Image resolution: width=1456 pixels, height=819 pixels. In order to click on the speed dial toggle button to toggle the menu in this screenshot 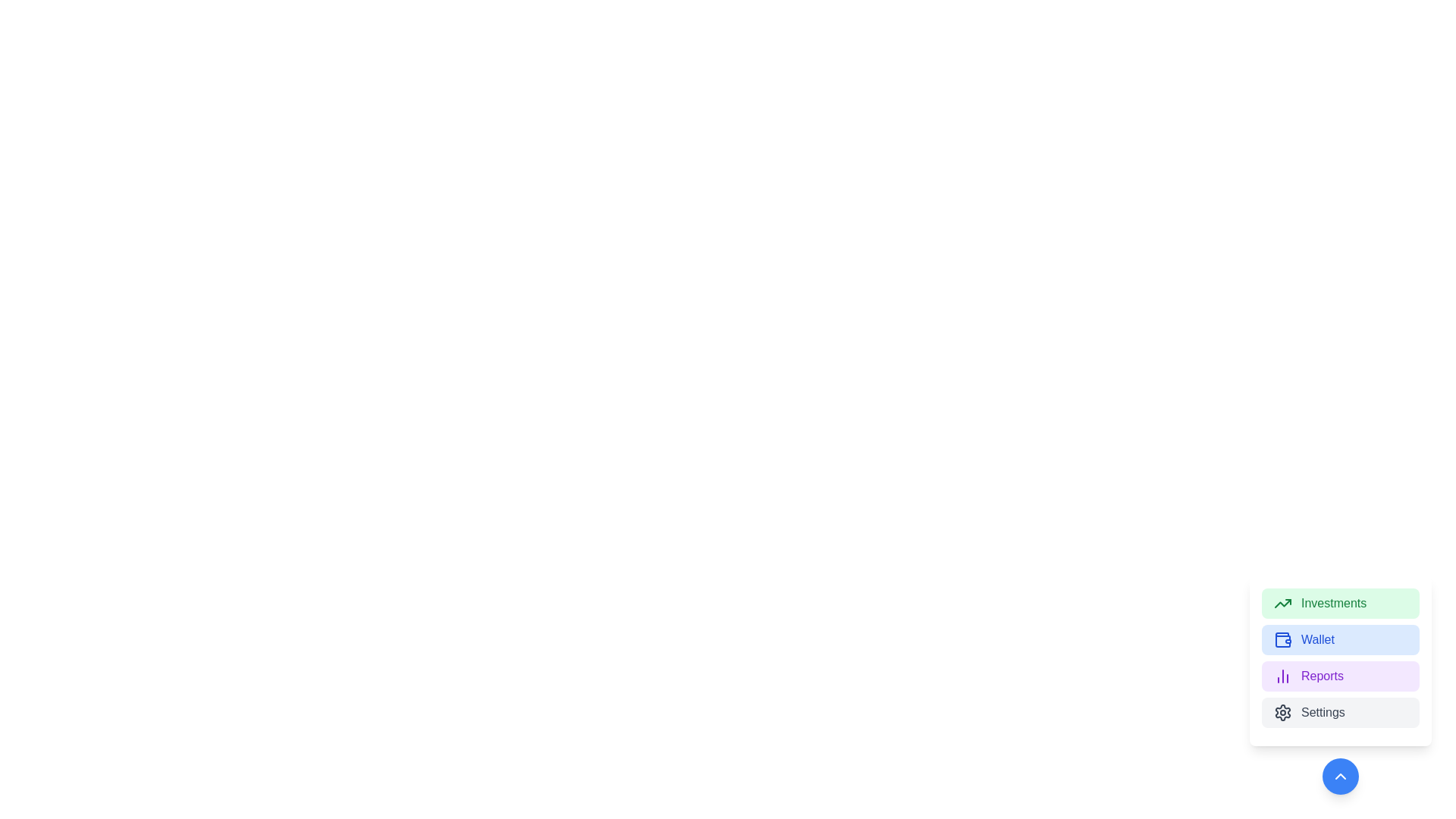, I will do `click(1340, 776)`.